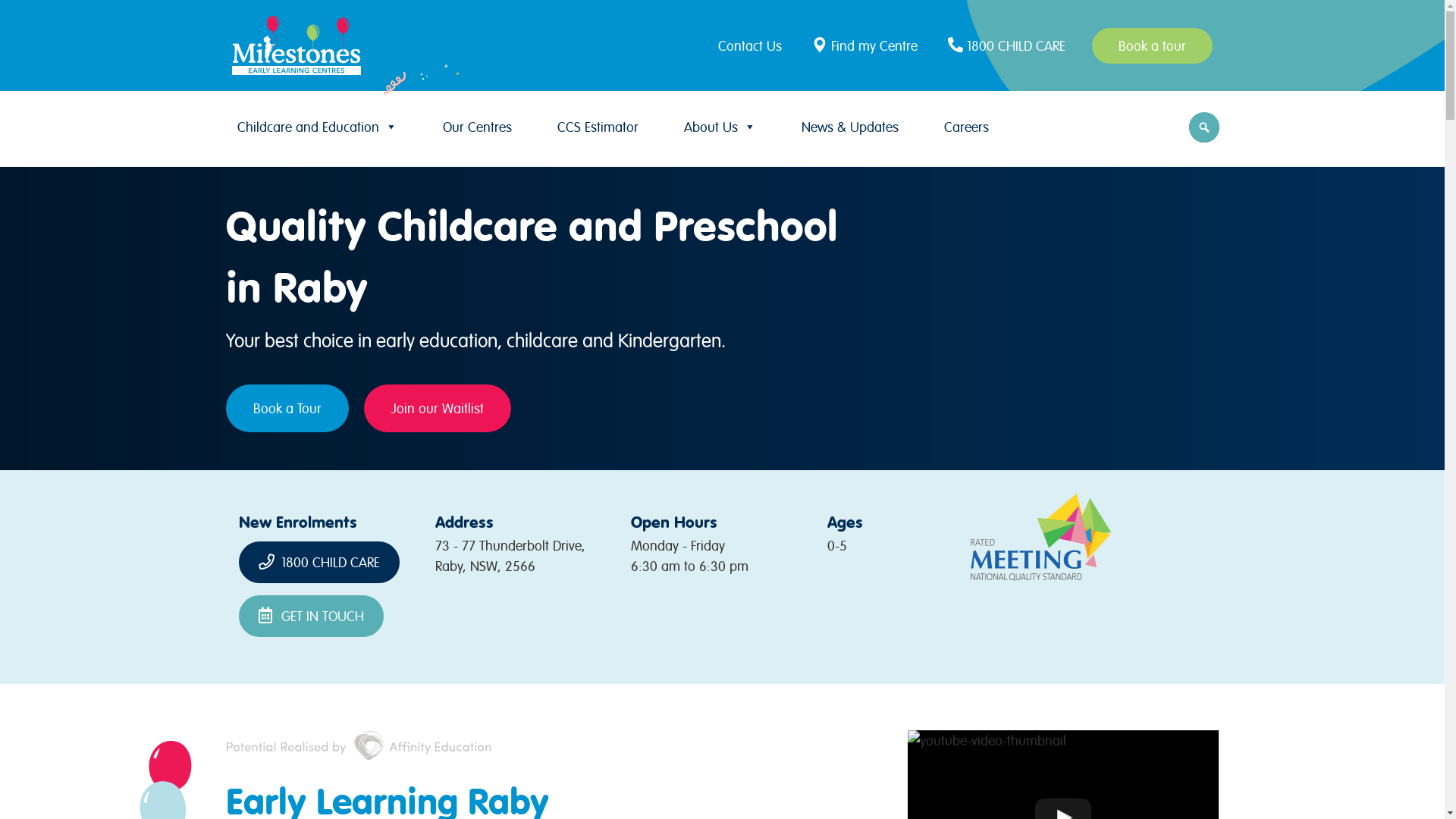  Describe the element at coordinates (753, 44) in the screenshot. I see `'Contact Us'` at that location.